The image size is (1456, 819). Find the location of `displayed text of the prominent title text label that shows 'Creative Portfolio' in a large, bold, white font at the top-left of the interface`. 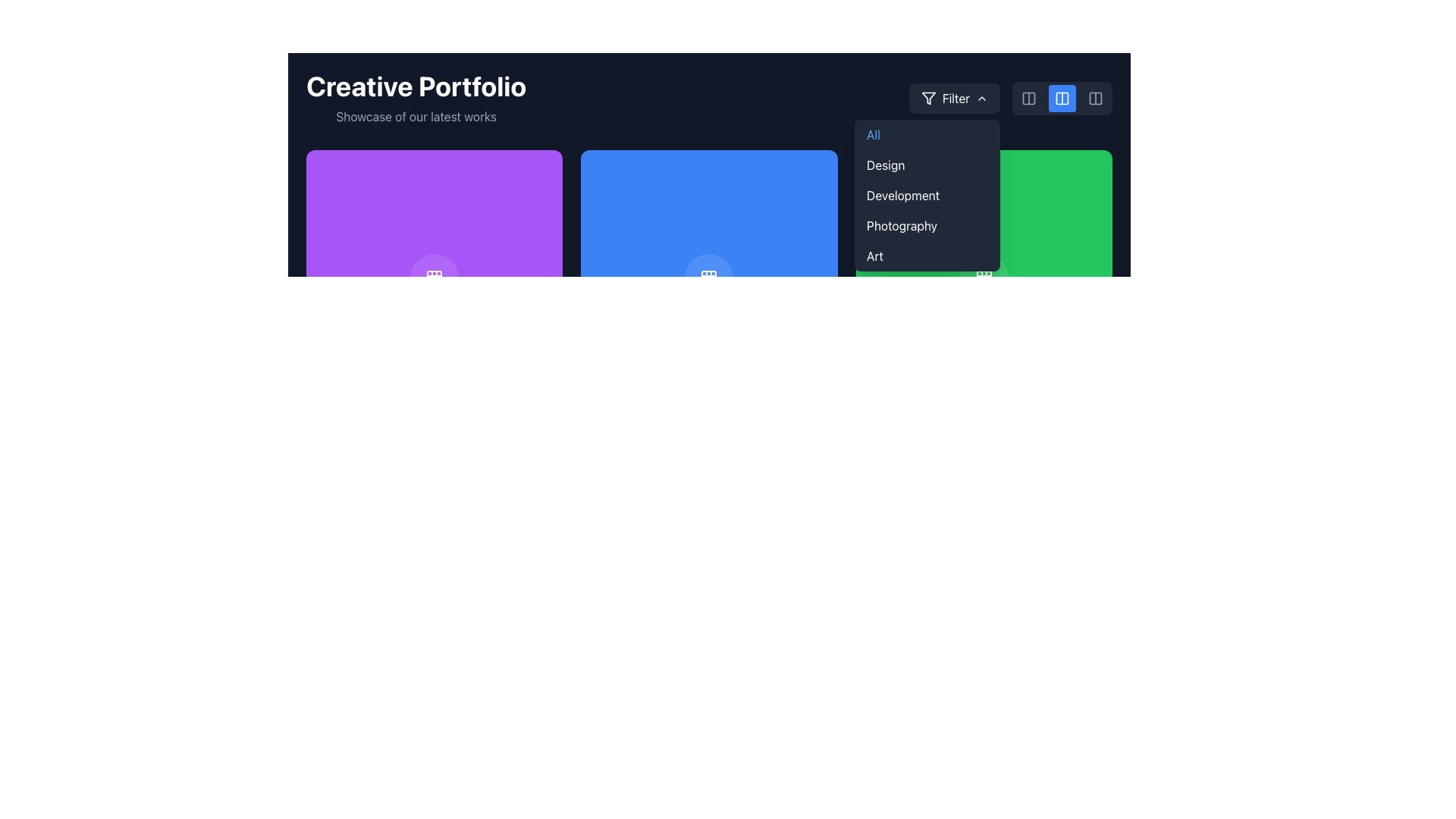

displayed text of the prominent title text label that shows 'Creative Portfolio' in a large, bold, white font at the top-left of the interface is located at coordinates (416, 86).